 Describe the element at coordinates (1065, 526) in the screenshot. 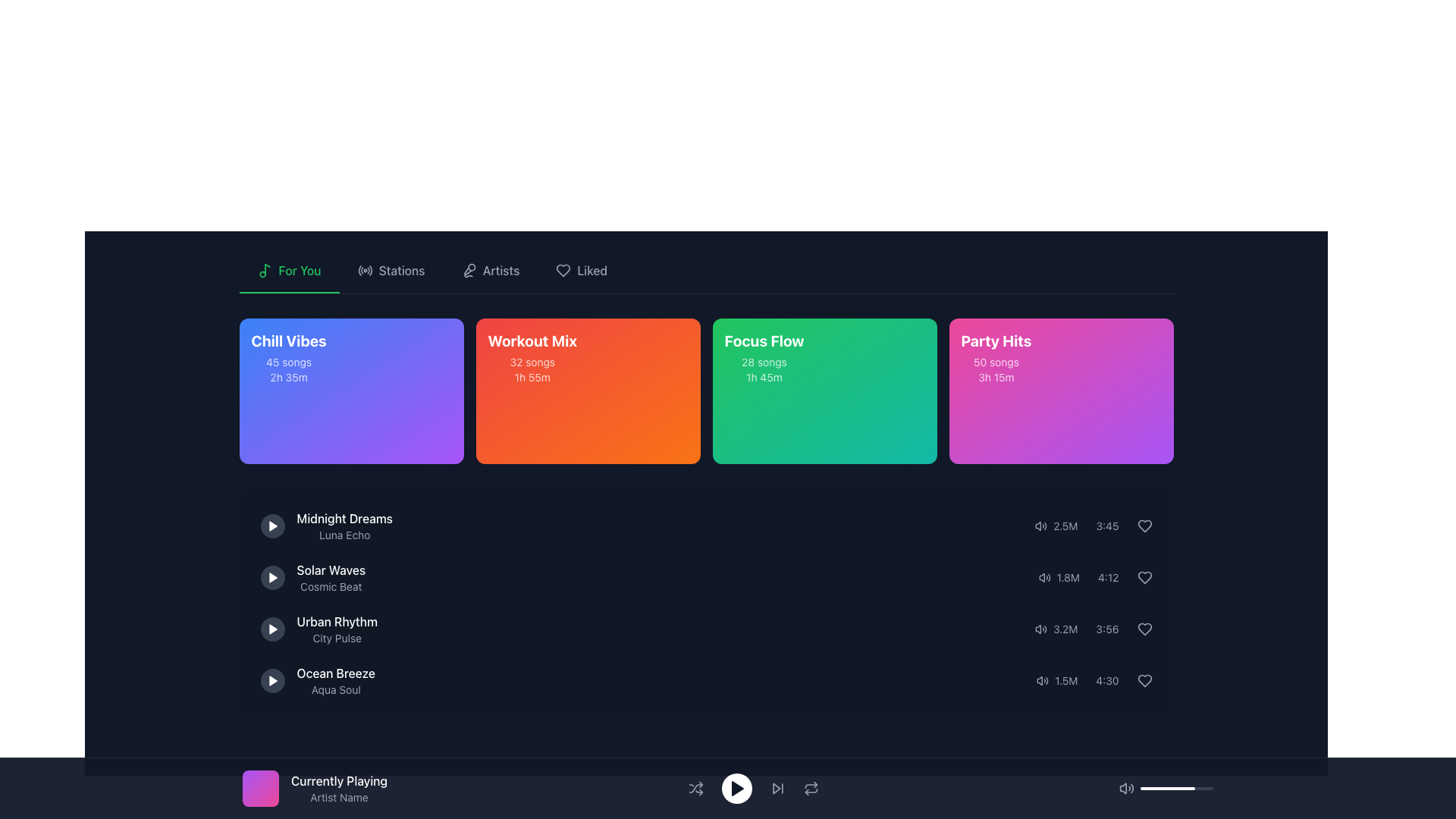

I see `the static text displaying the song's popularity count, located to the right of the speaker icon and left of the song duration` at that location.